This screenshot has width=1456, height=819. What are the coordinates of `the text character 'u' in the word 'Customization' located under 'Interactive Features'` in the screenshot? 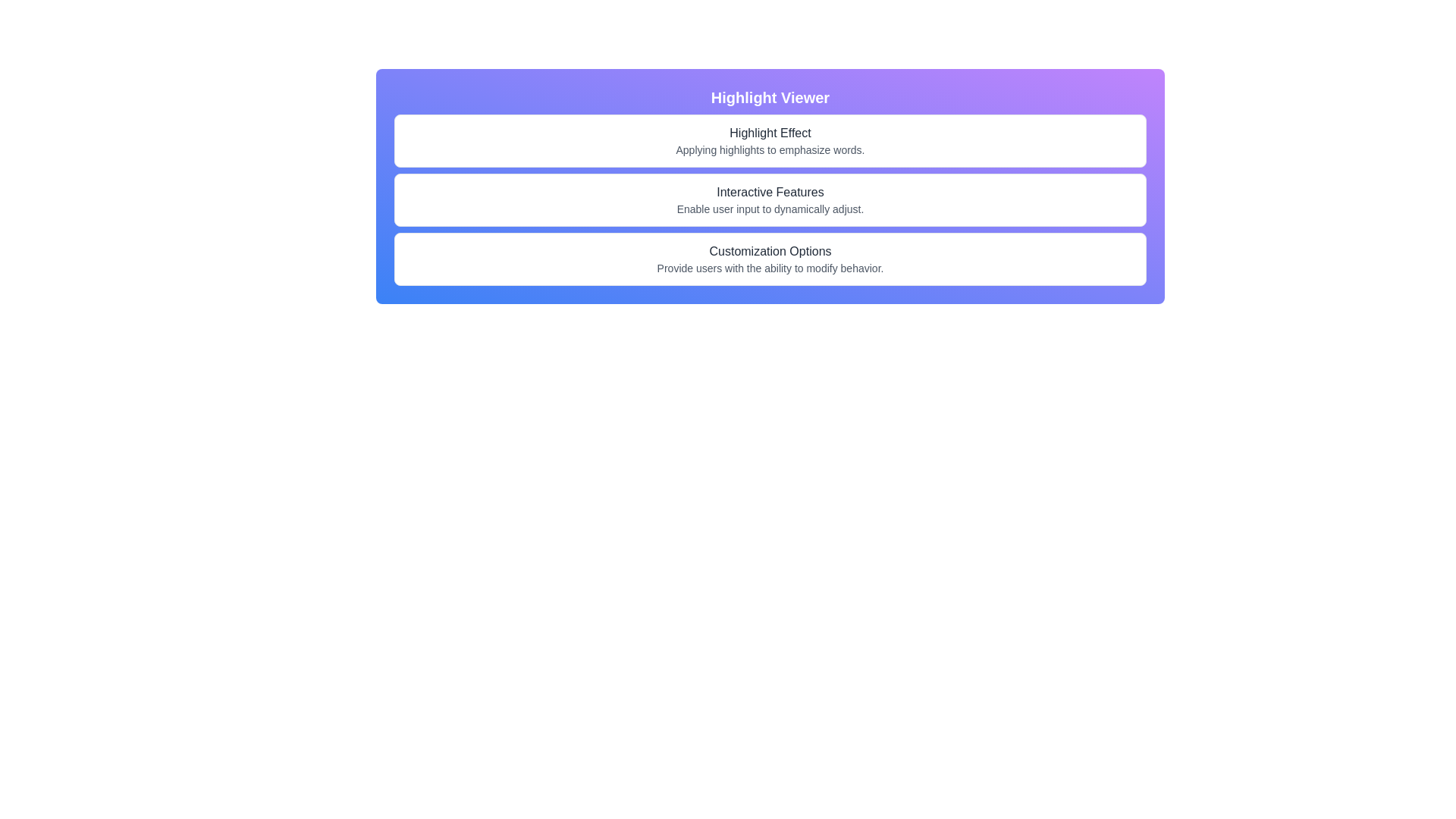 It's located at (720, 250).